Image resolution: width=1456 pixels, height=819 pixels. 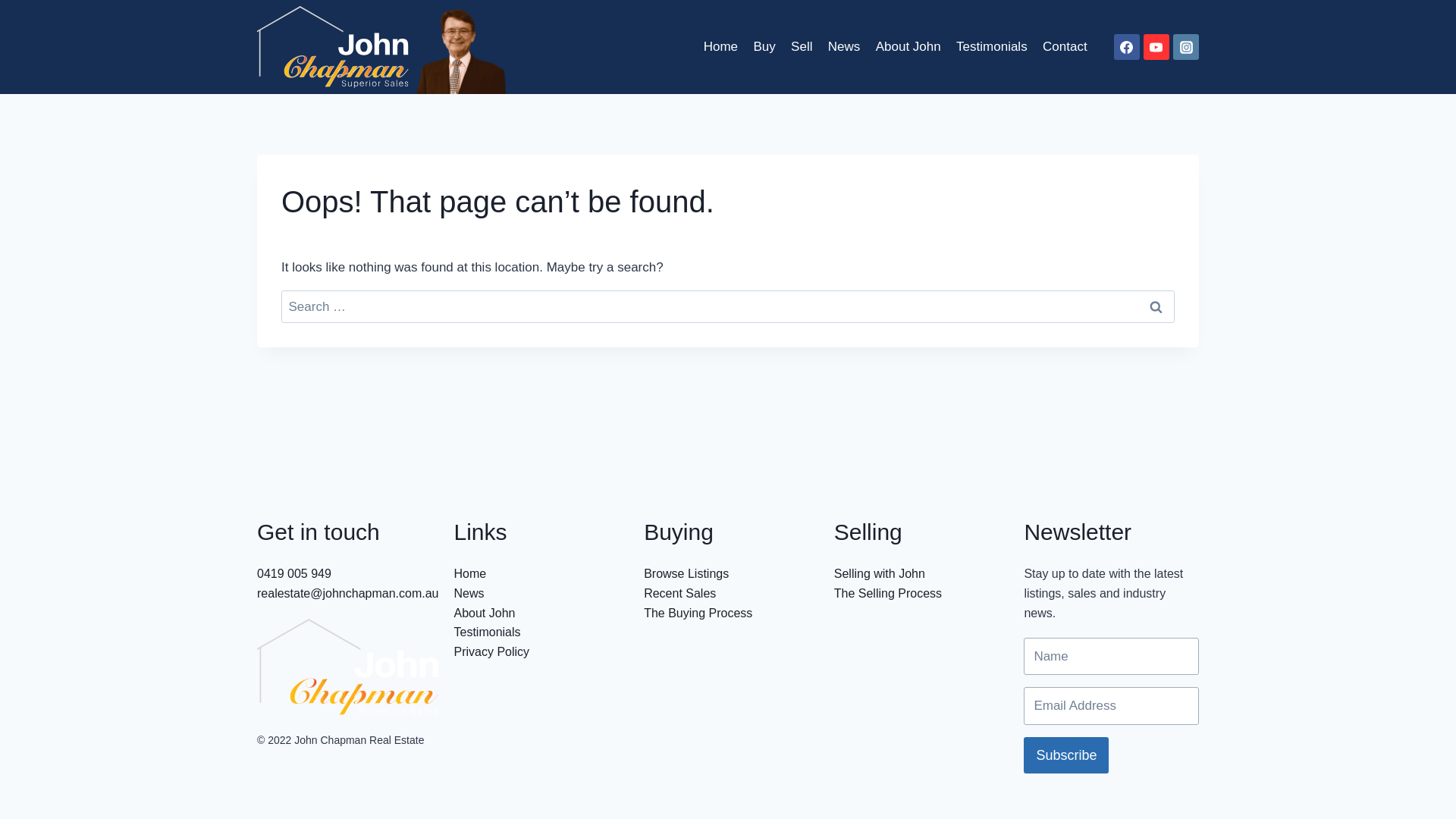 What do you see at coordinates (1154, 306) in the screenshot?
I see `'Search'` at bounding box center [1154, 306].